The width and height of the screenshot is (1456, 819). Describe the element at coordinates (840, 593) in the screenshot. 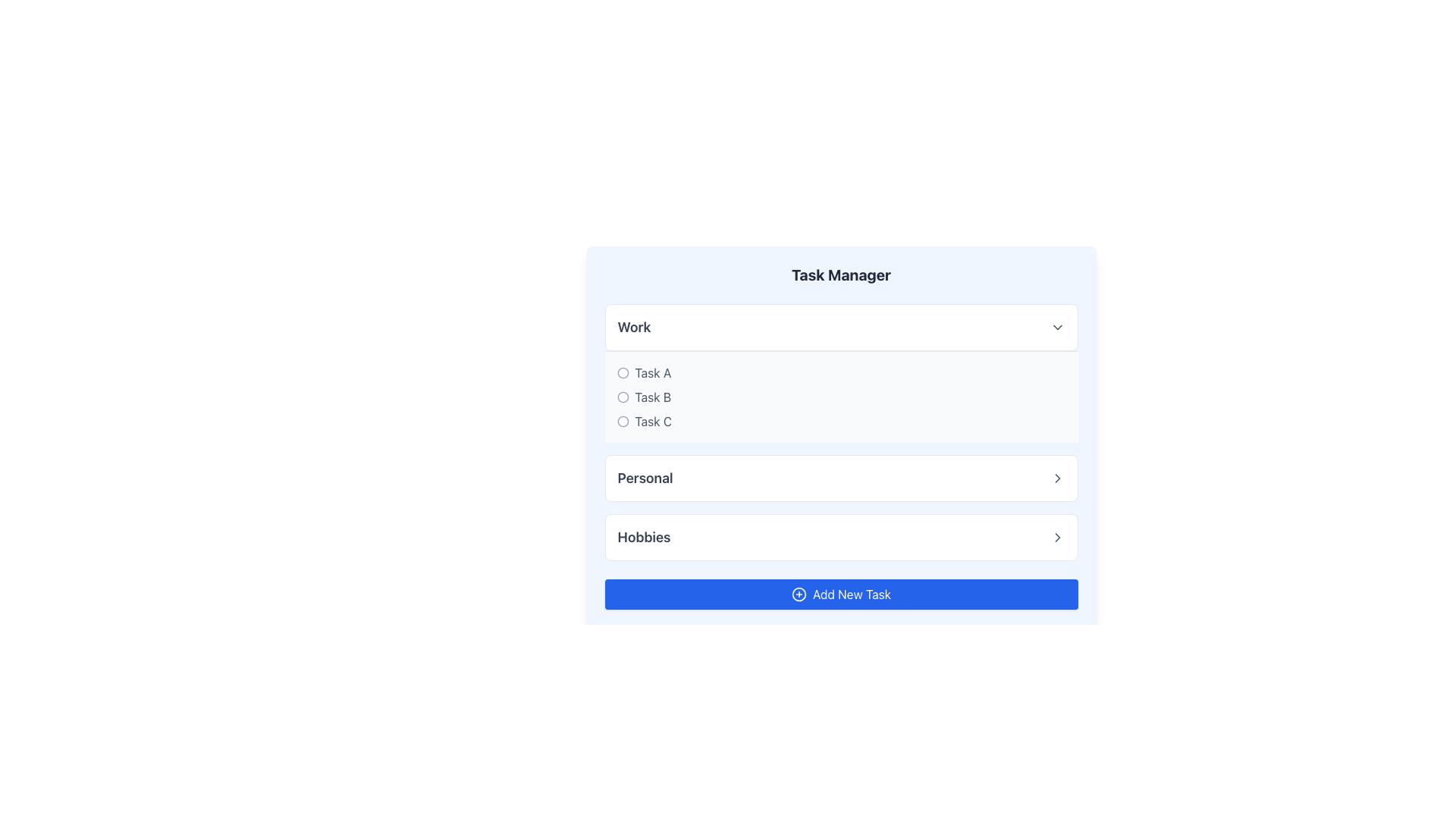

I see `the blue 'Add New Task' button with rounded edges located at the bottom of the 'Task Manager' panel` at that location.